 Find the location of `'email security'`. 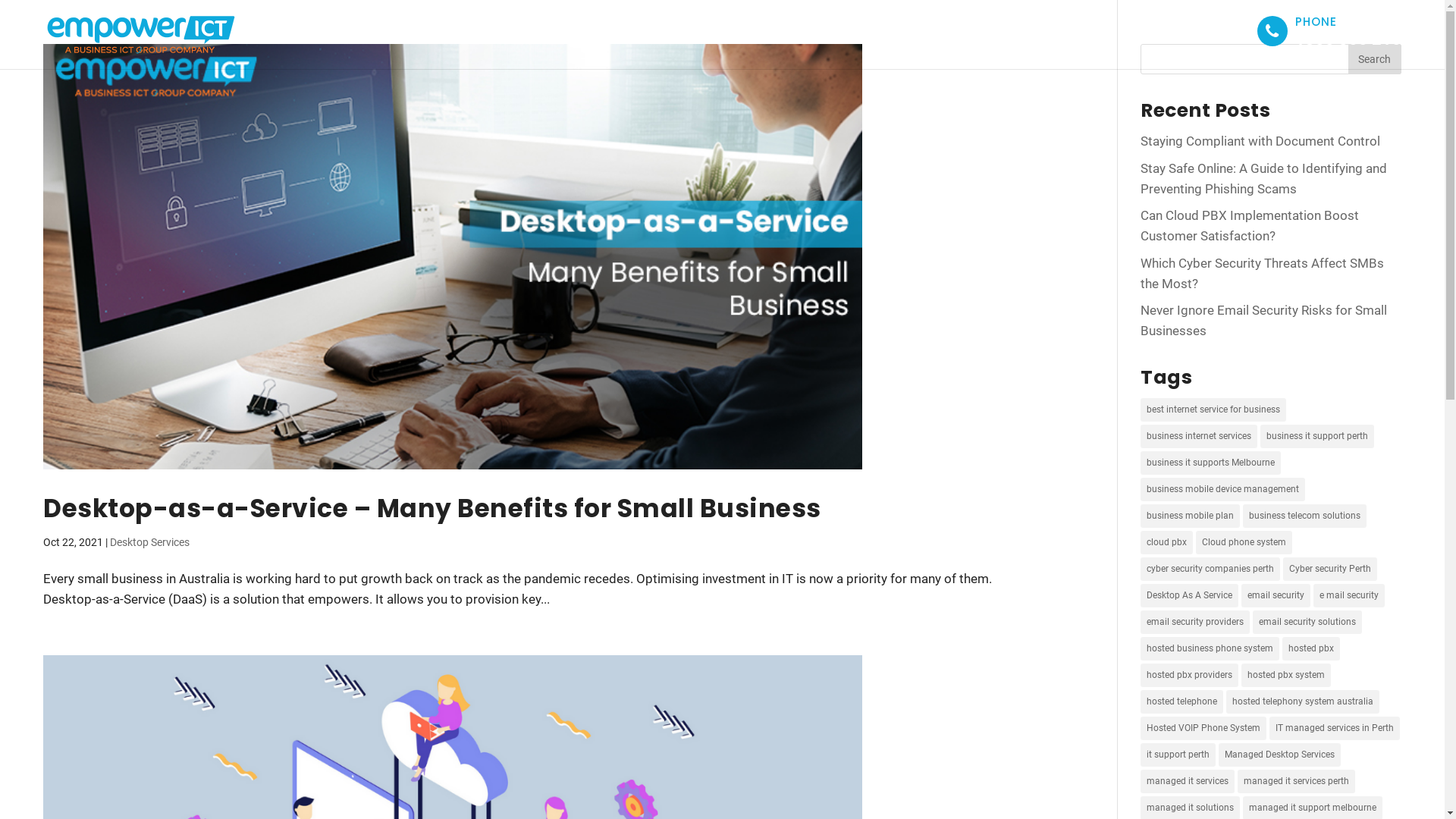

'email security' is located at coordinates (1275, 595).